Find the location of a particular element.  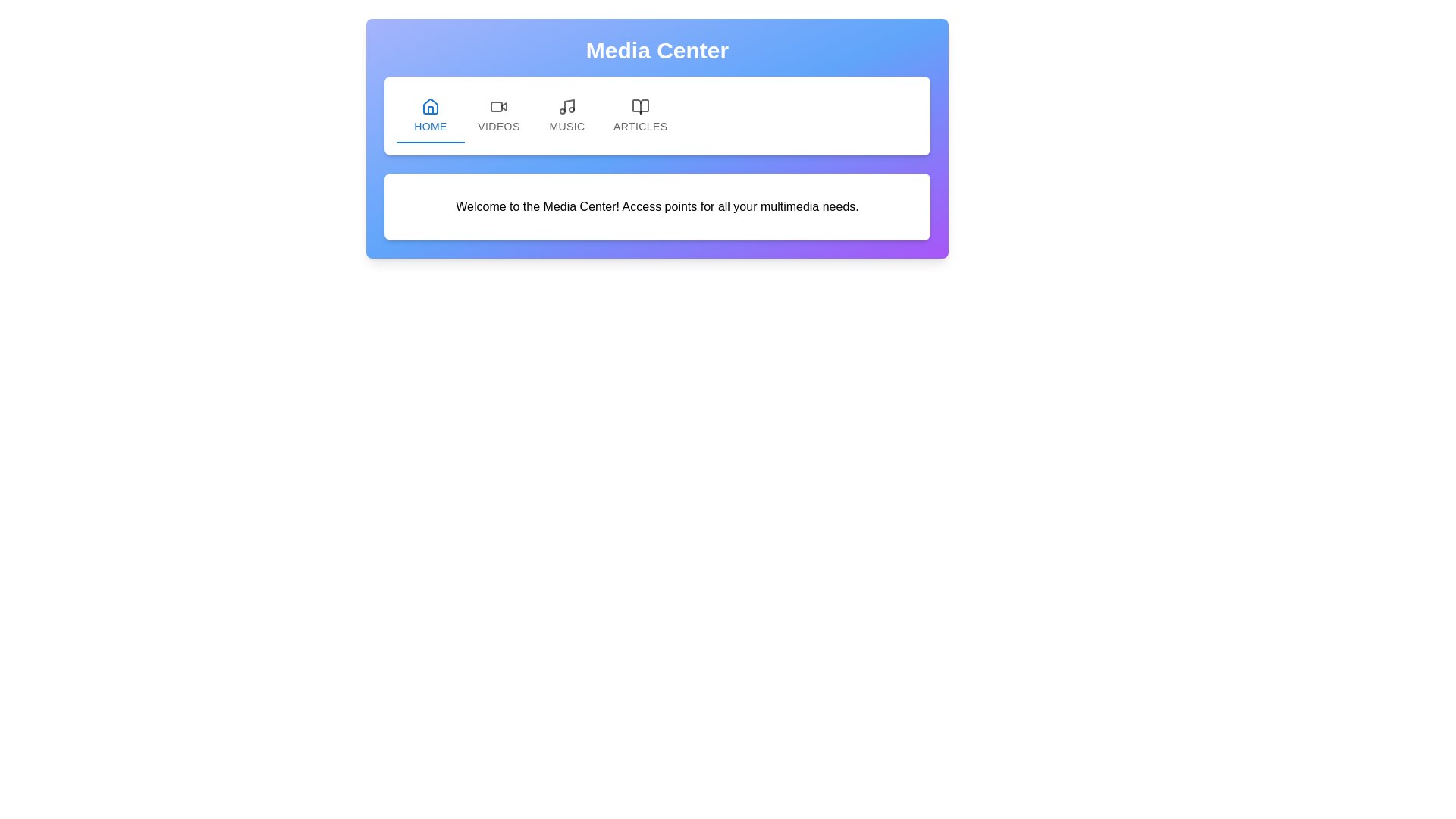

the 'Home' icon represented by a vertical rectangle within the house-shaped SVG graphic located in the upper central area of the navigation bar is located at coordinates (429, 109).